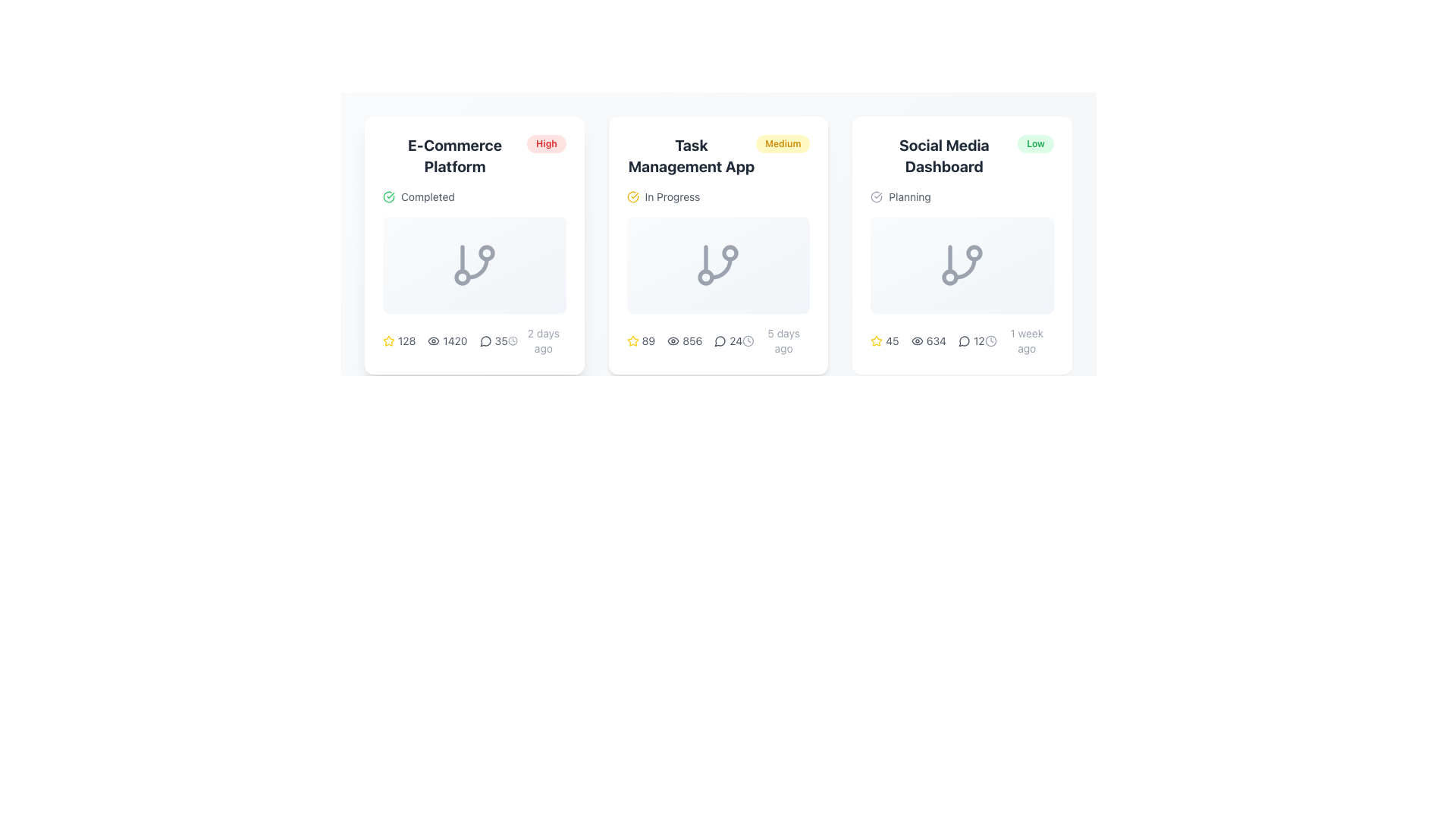 The width and height of the screenshot is (1456, 819). What do you see at coordinates (783, 341) in the screenshot?
I see `the text indicating the time elapsed since the last update, located at the bottom-right corner of the third card in the series` at bounding box center [783, 341].